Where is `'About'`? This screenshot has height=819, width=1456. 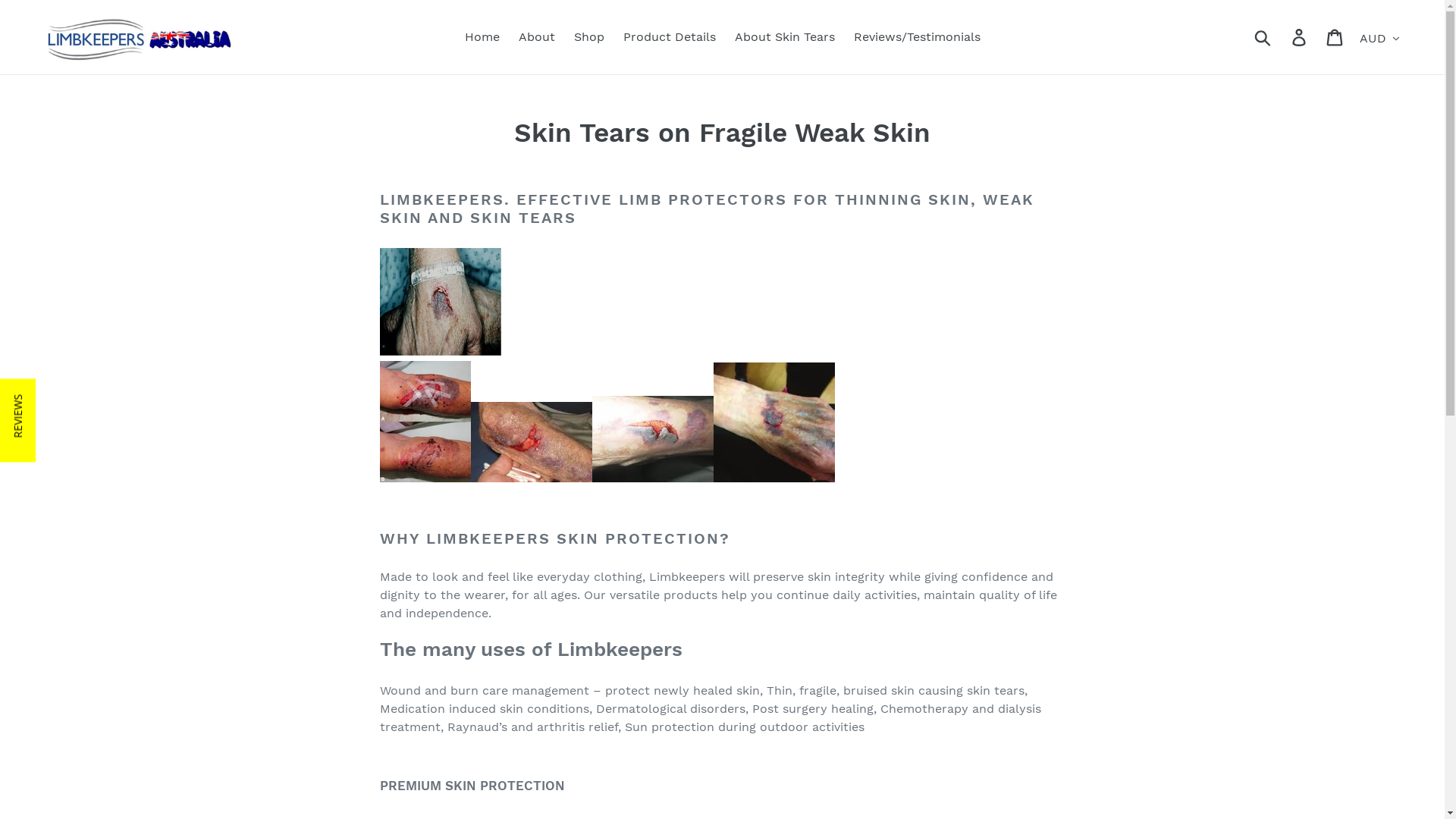 'About' is located at coordinates (537, 36).